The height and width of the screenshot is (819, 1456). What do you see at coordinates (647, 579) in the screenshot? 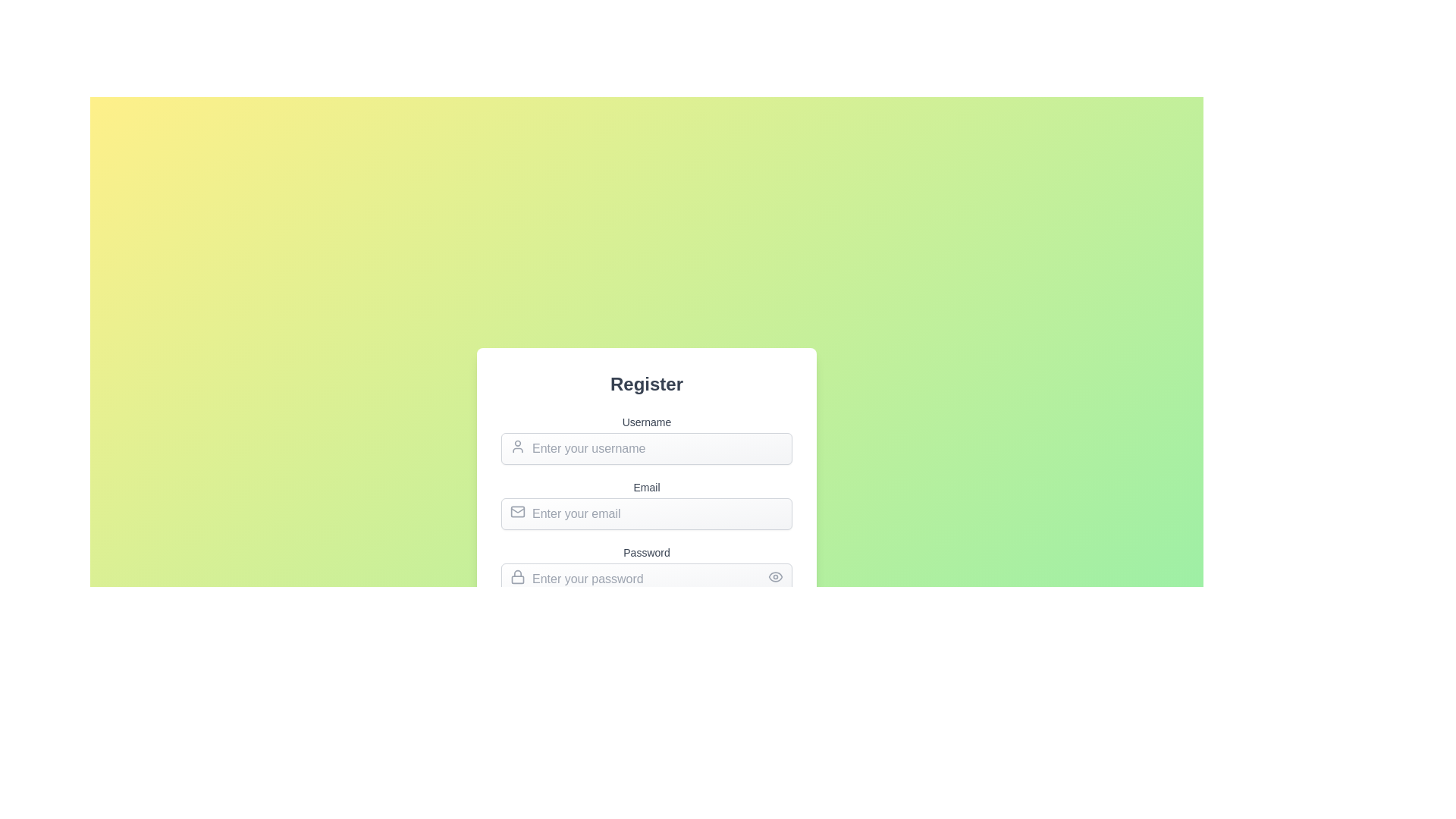
I see `the Password Input Field in the registration form` at bounding box center [647, 579].